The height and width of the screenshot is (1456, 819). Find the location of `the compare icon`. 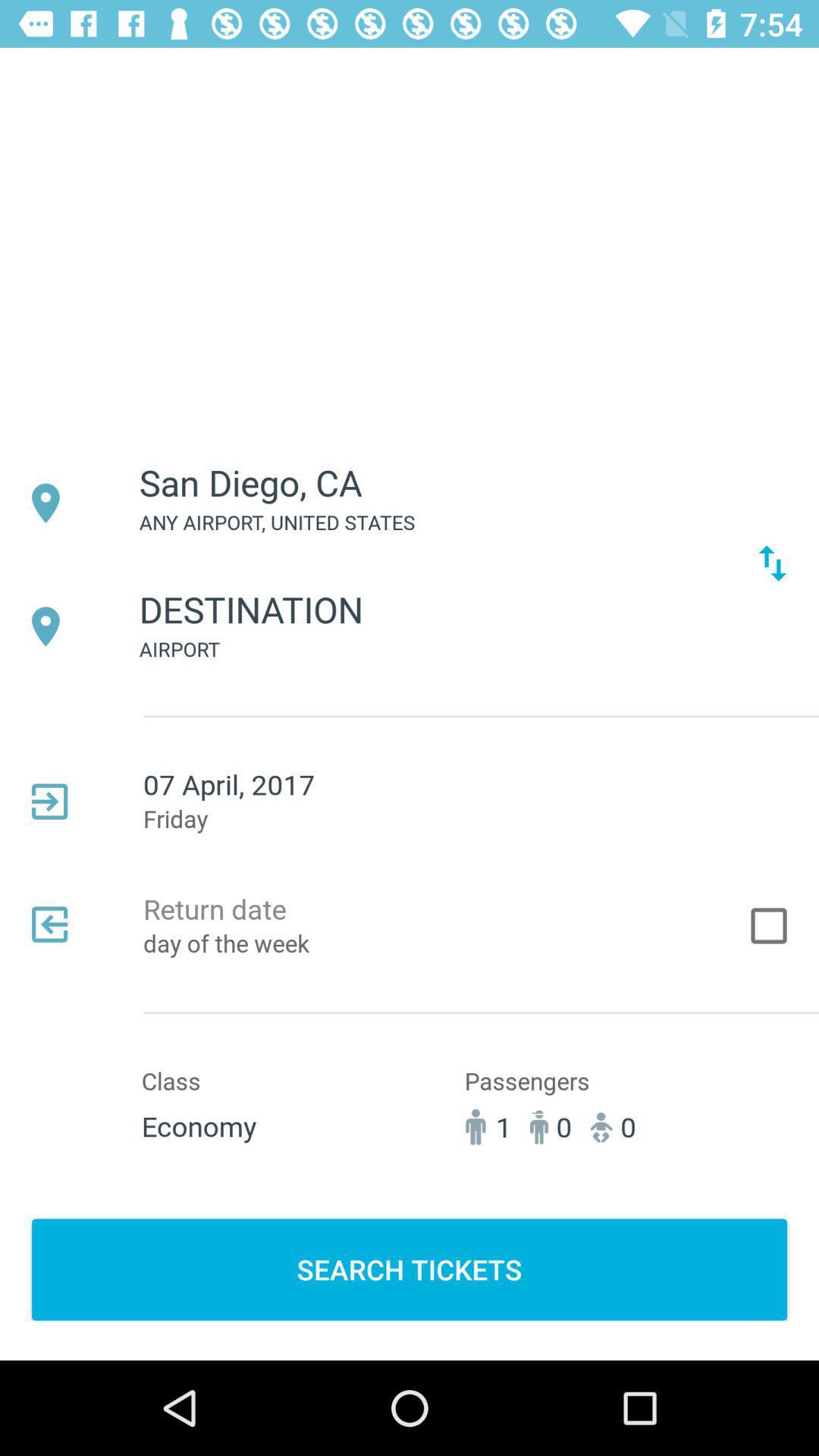

the compare icon is located at coordinates (772, 562).